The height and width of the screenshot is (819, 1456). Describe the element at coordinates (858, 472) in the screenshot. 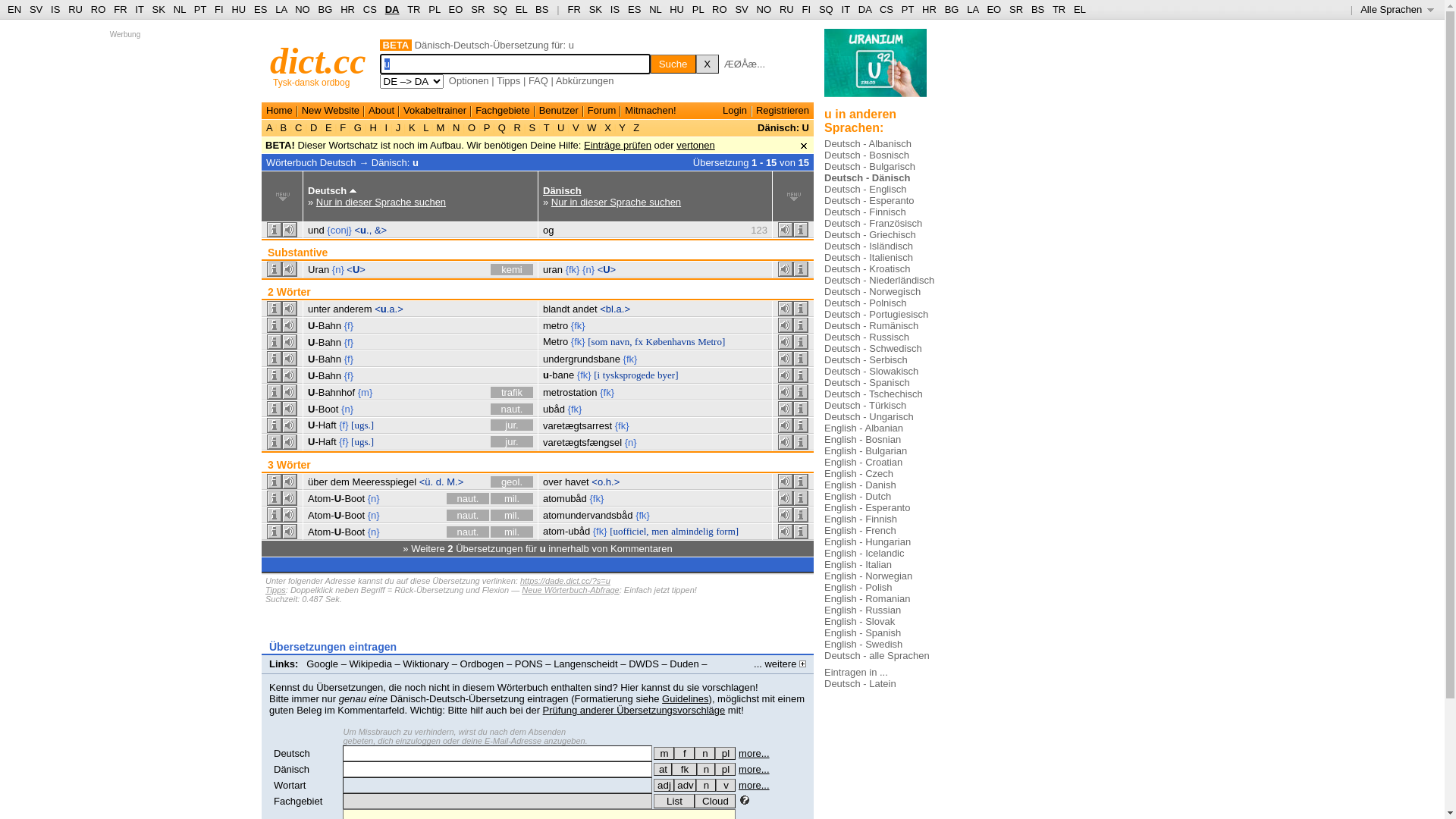

I see `'English - Czech'` at that location.